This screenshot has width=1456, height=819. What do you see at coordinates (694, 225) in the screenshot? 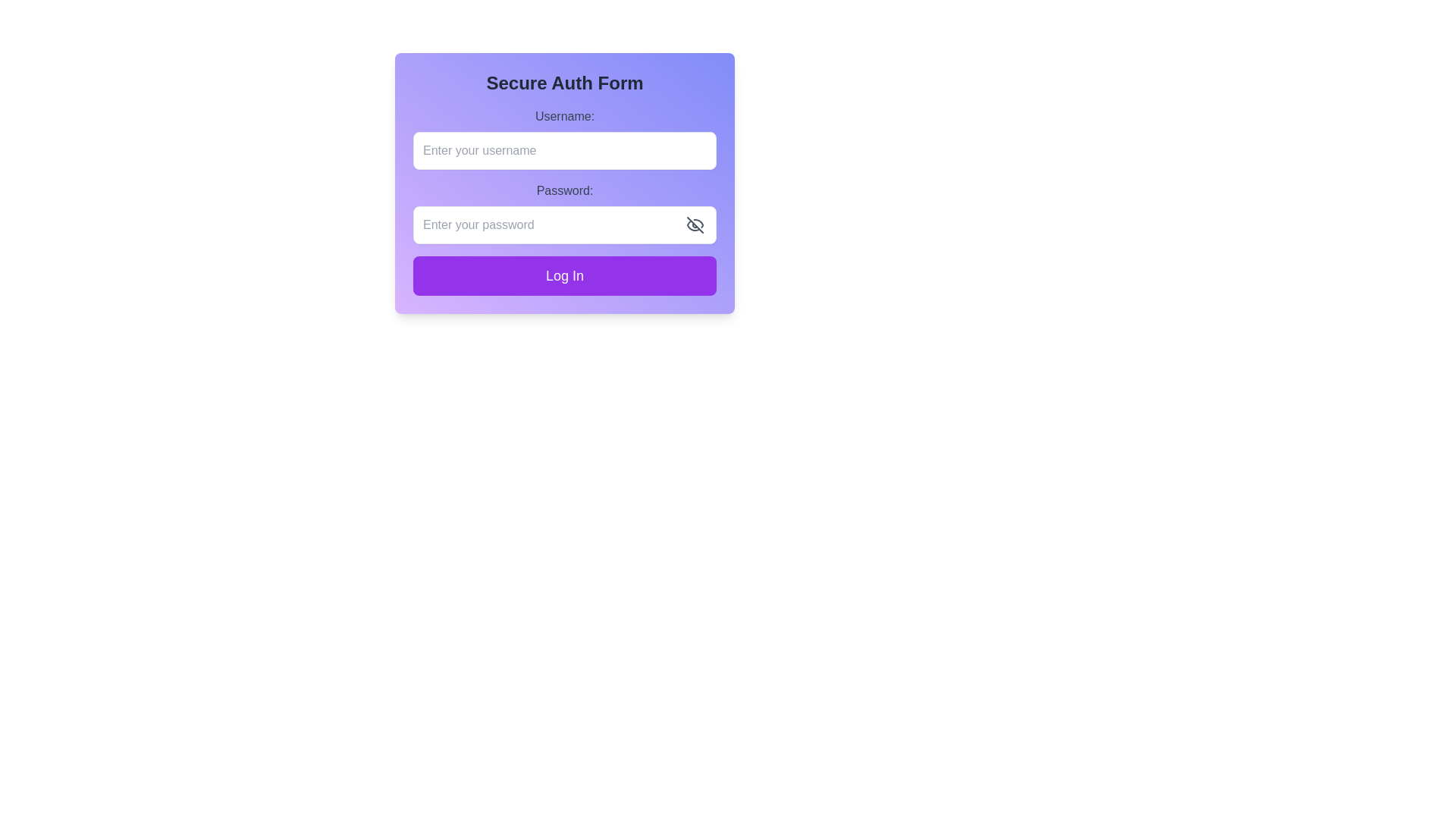
I see `the toggle icon button that shows or hides the password text in the adjacent input field to potentially display a tooltip` at bounding box center [694, 225].